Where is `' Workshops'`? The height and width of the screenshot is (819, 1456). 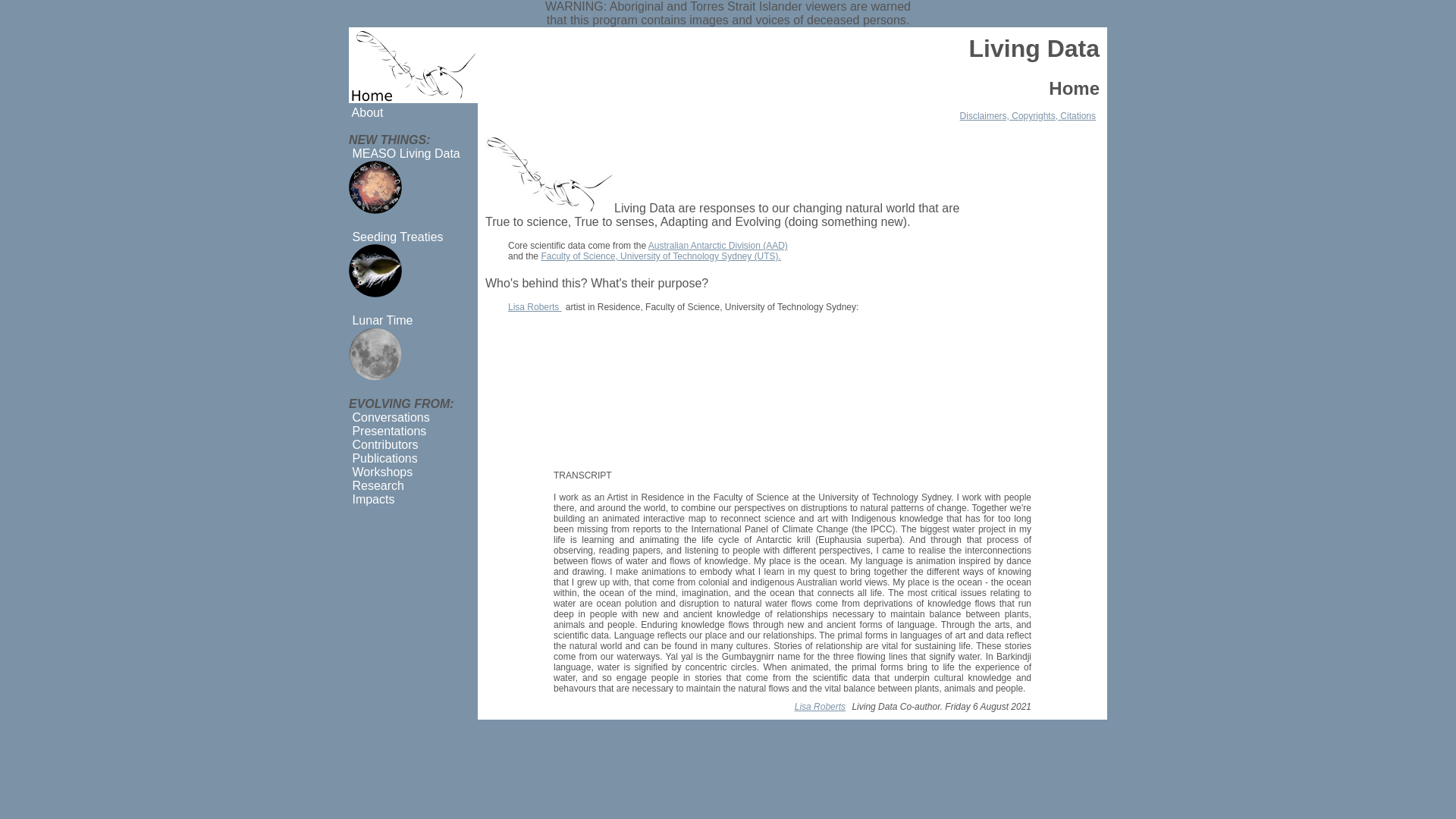 ' Workshops' is located at coordinates (381, 471).